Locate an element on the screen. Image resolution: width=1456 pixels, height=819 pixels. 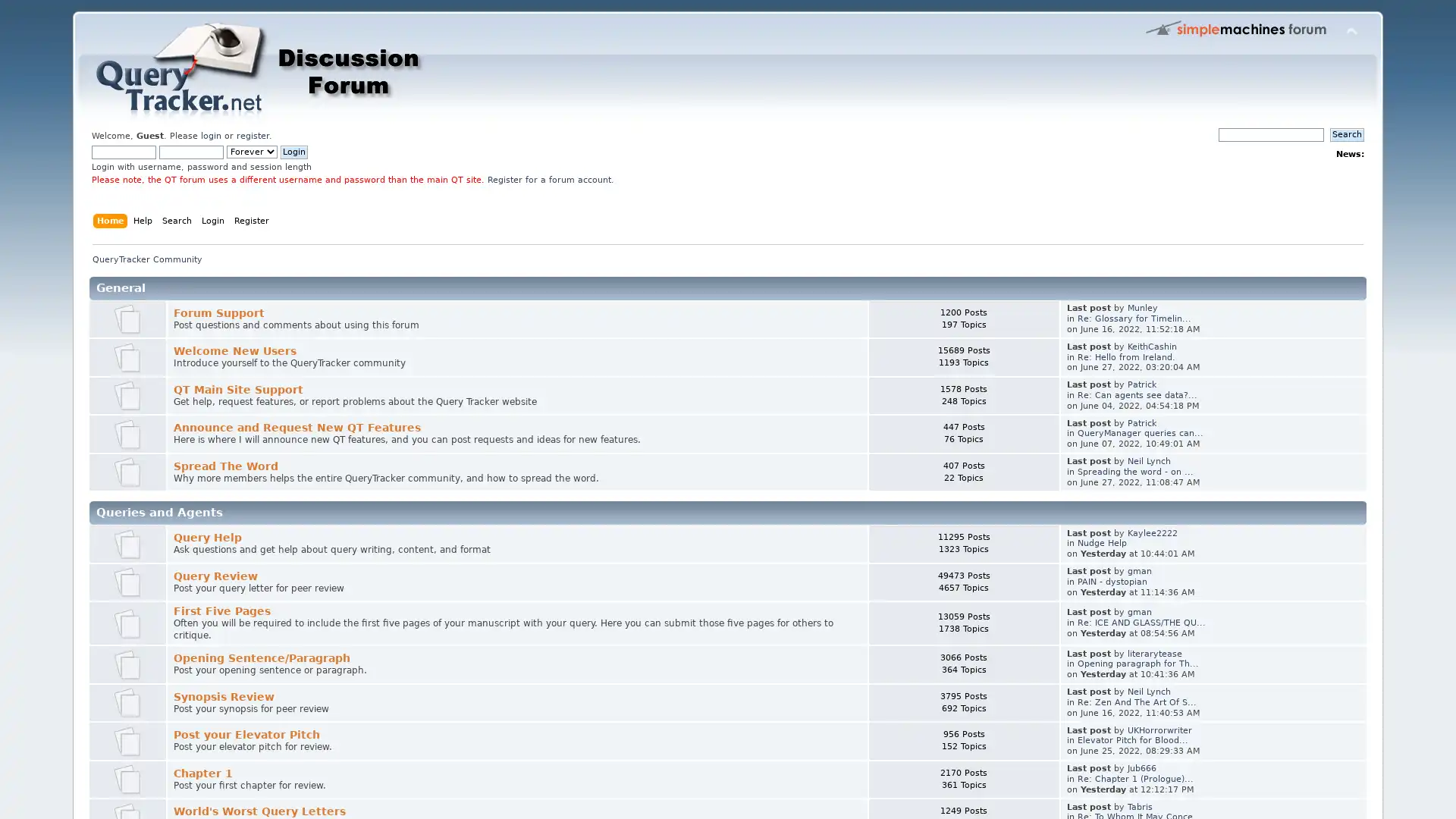
Login is located at coordinates (294, 152).